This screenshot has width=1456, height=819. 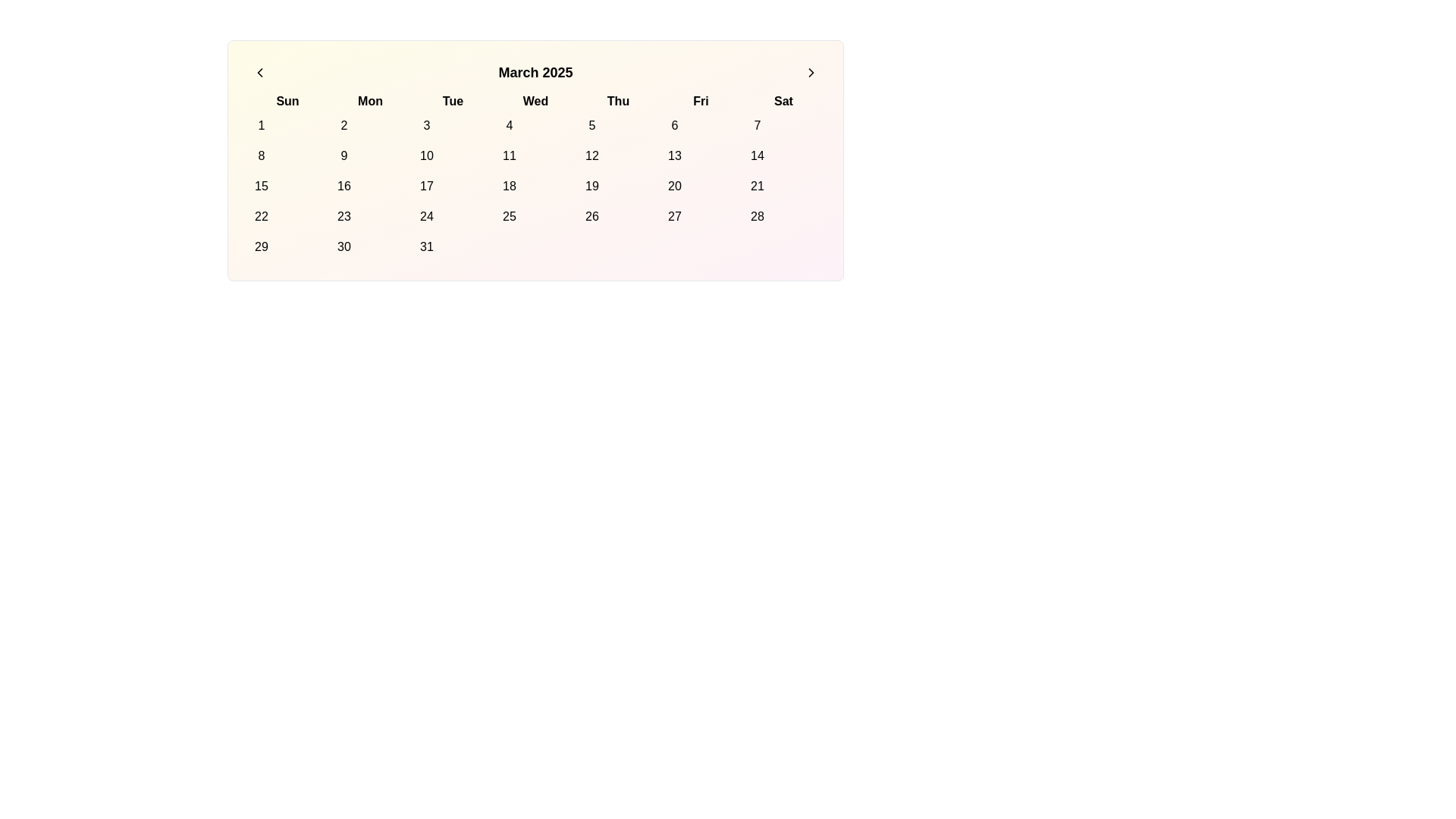 I want to click on the circular calendar date button displaying the number '17', so click(x=425, y=186).